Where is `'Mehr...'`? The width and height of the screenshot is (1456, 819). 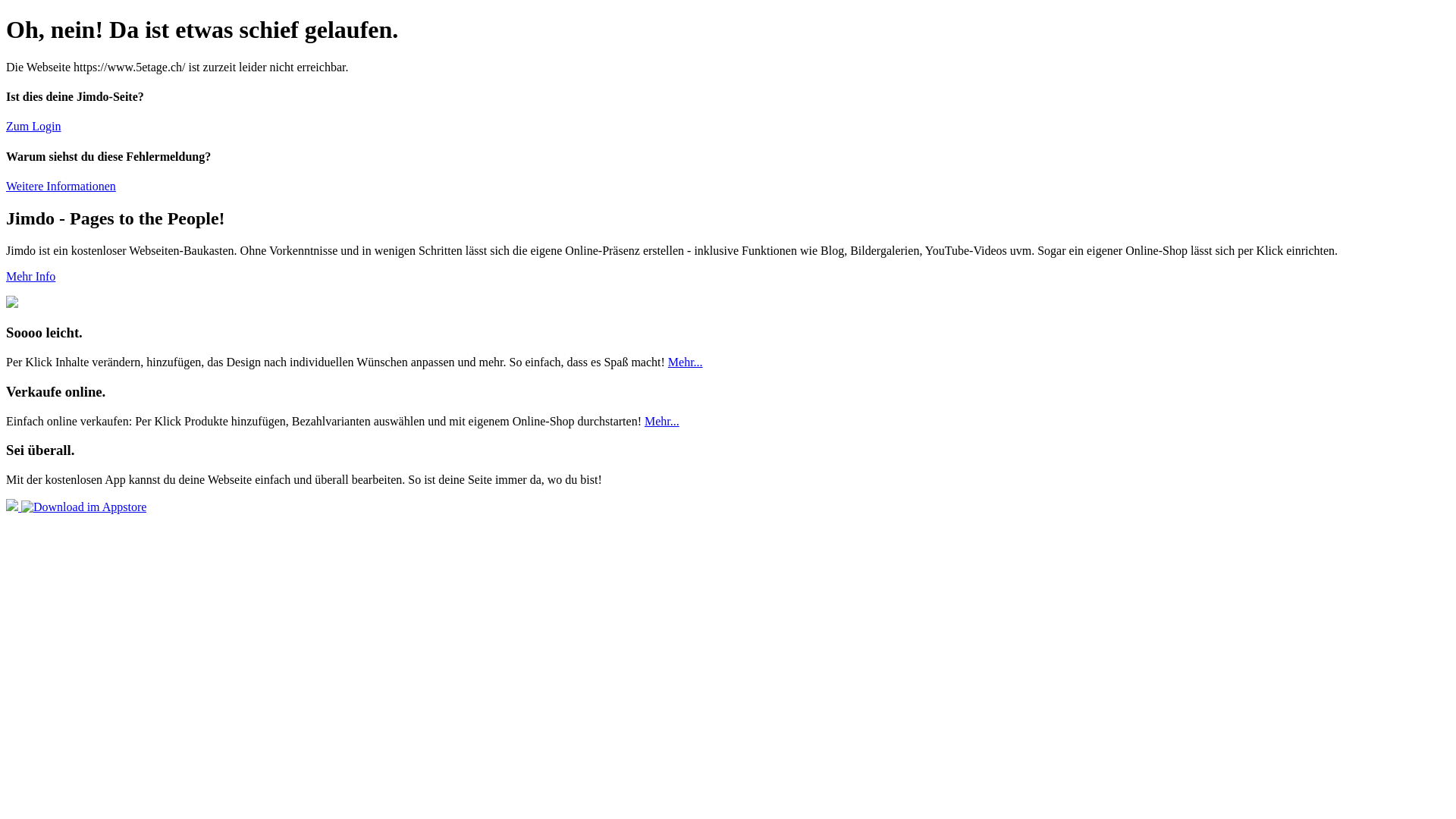
'Mehr...' is located at coordinates (684, 362).